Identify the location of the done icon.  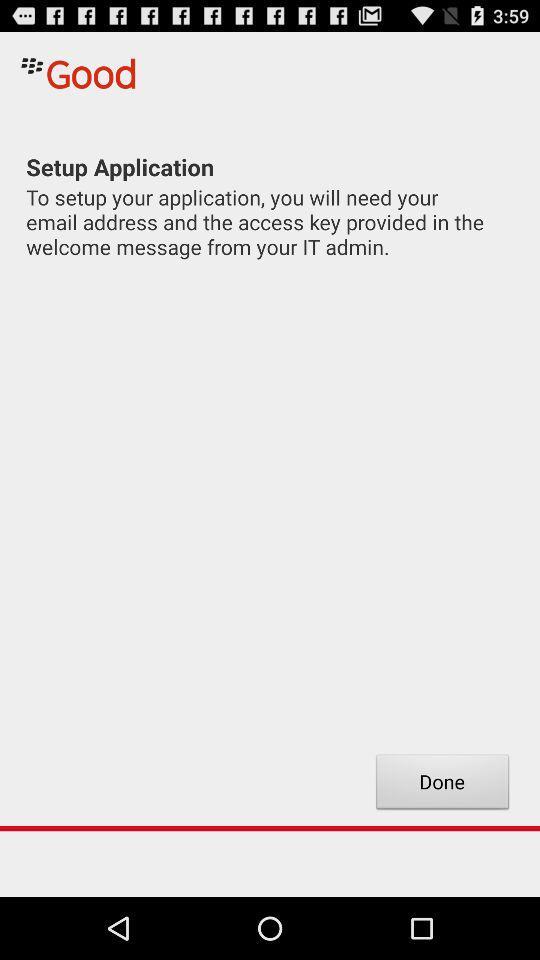
(442, 784).